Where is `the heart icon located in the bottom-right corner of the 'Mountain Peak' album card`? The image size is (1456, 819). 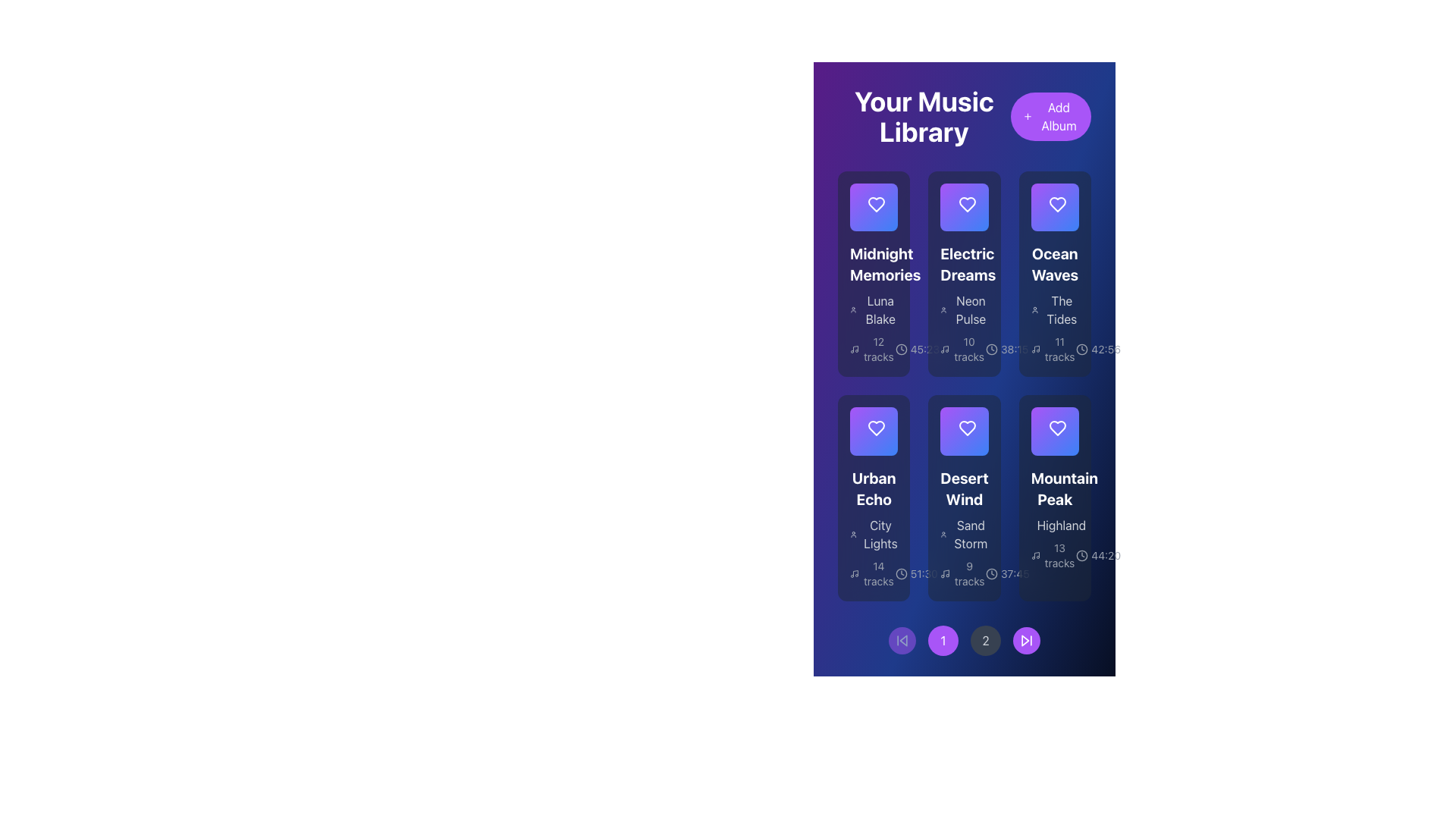 the heart icon located in the bottom-right corner of the 'Mountain Peak' album card is located at coordinates (1057, 428).